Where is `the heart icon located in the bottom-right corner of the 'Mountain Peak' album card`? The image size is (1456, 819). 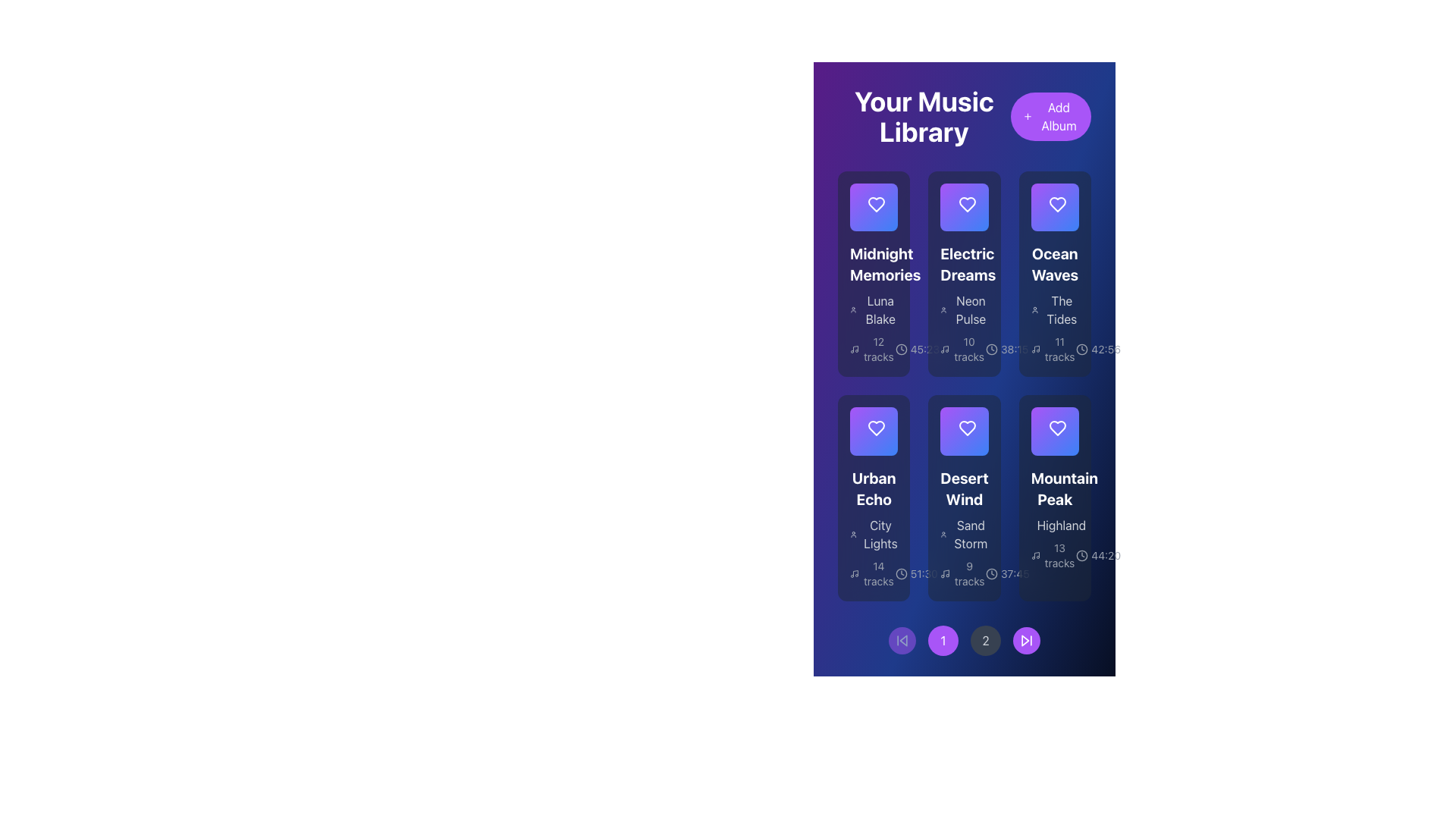 the heart icon located in the bottom-right corner of the 'Mountain Peak' album card is located at coordinates (1057, 428).